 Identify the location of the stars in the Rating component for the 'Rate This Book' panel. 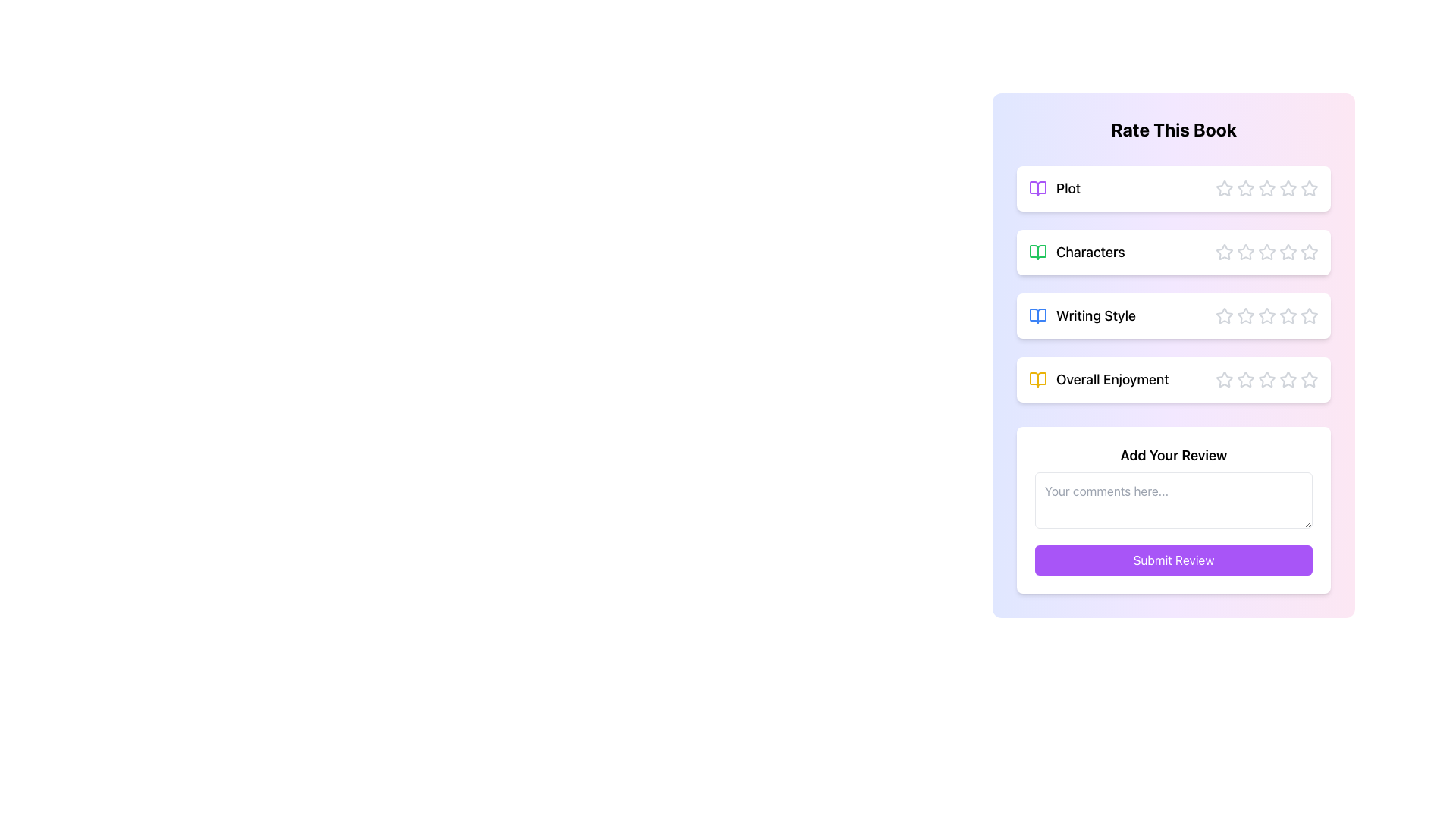
(1173, 315).